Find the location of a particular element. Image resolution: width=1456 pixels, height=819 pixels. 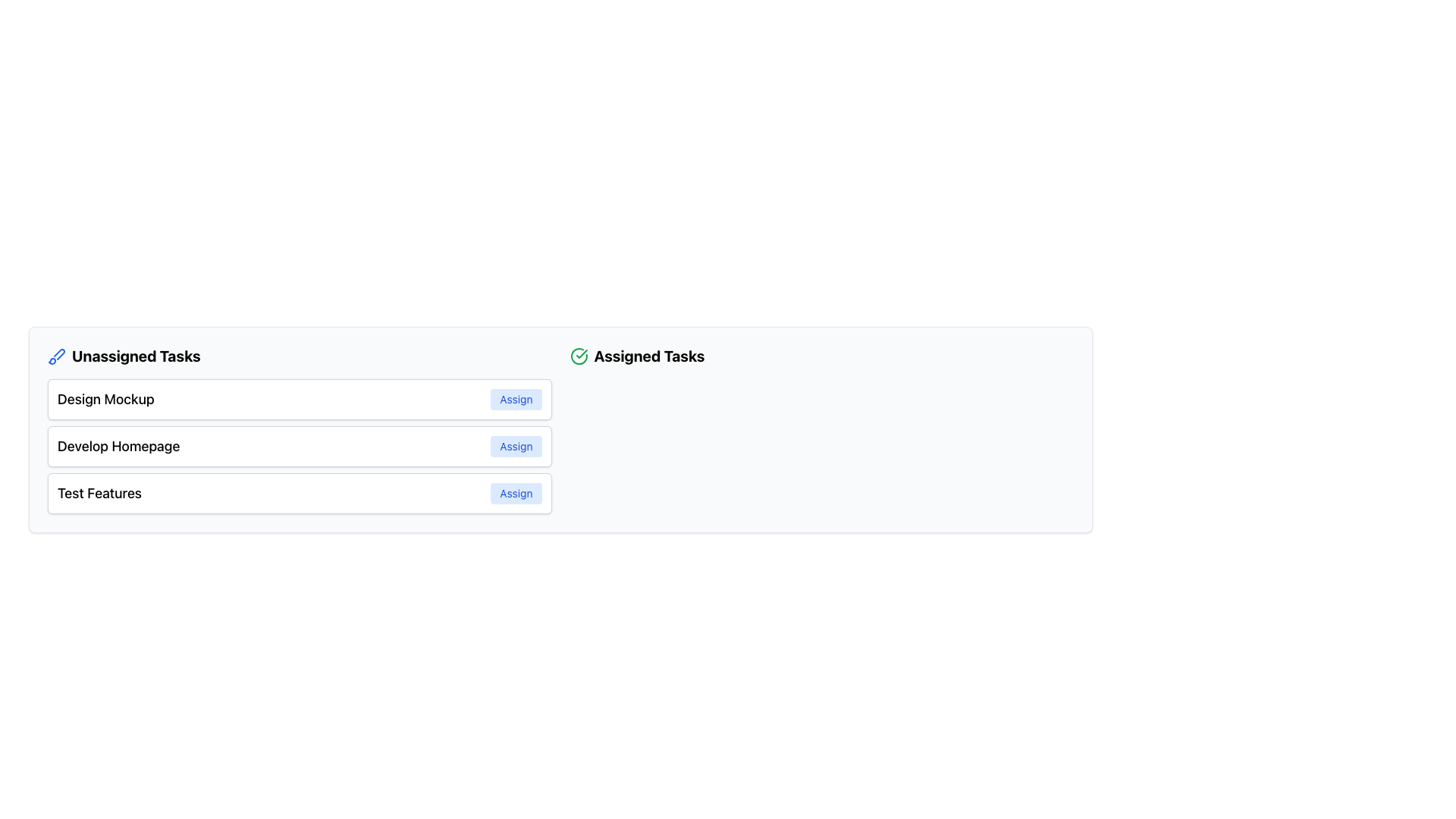

the circular icon indicating a completed task located near the 'Assigned Tasks' label on the right side of the interface is located at coordinates (581, 353).